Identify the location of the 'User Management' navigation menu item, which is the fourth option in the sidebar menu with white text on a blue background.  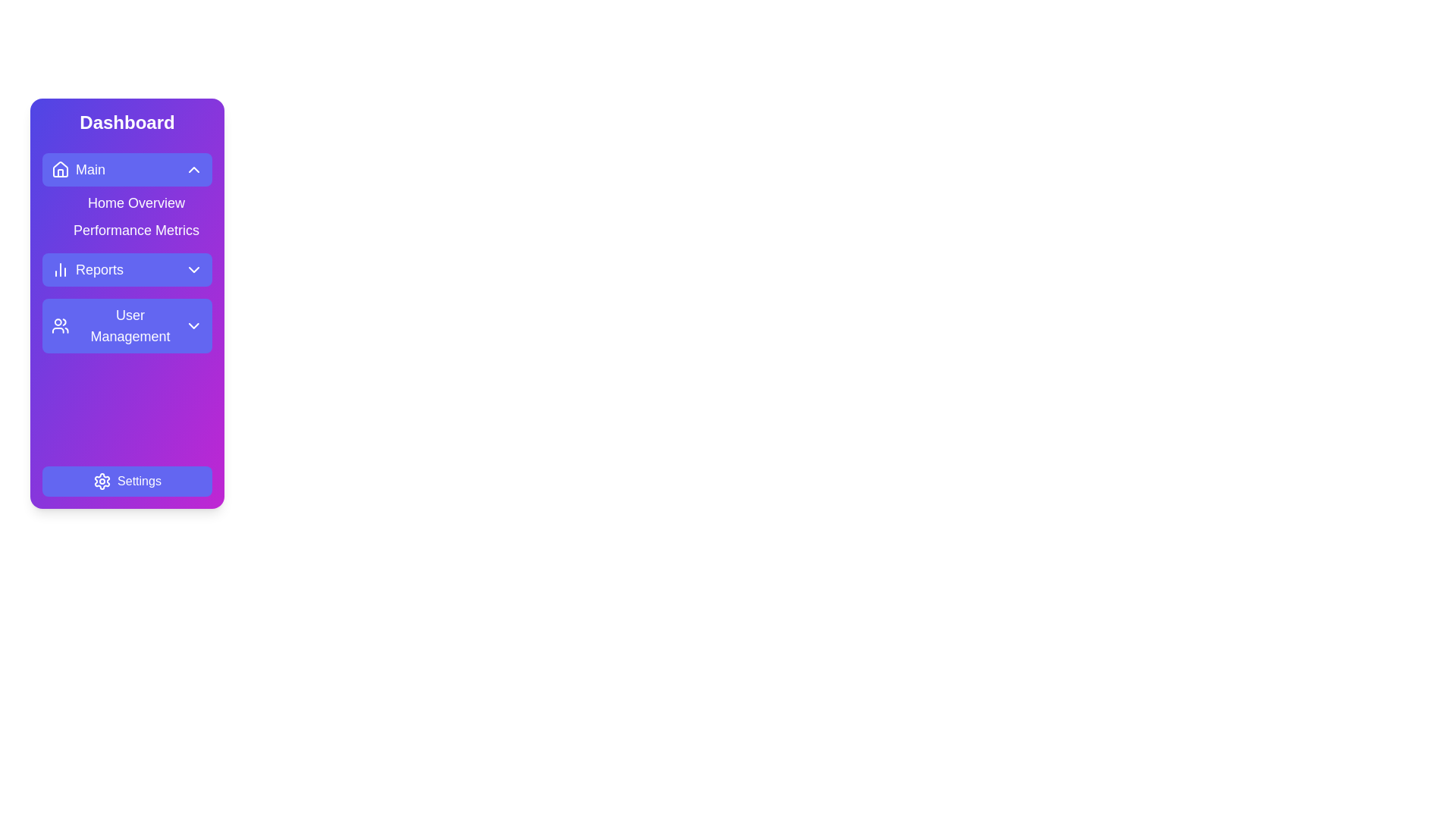
(118, 325).